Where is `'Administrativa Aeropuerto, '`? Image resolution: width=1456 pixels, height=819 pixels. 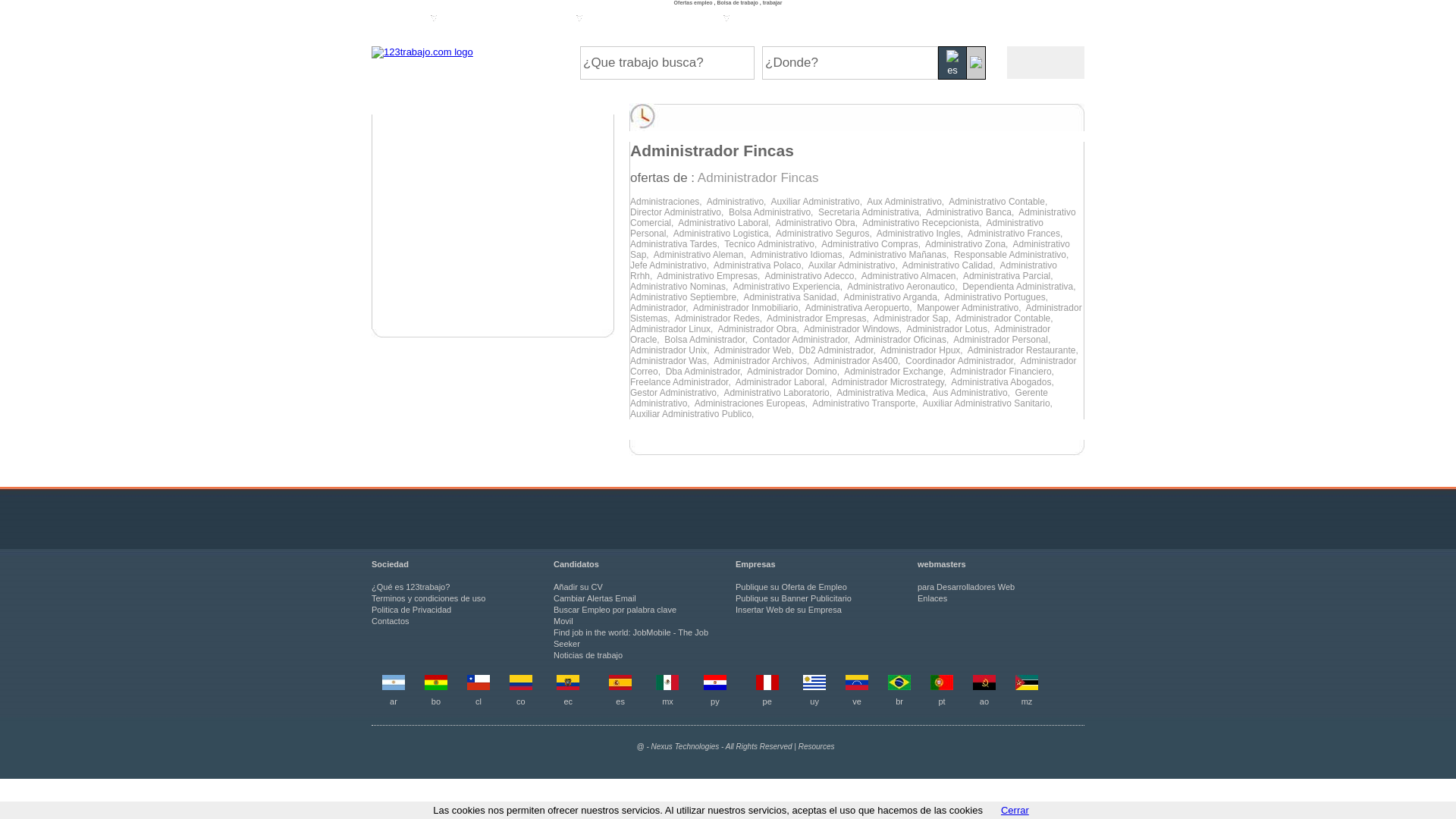
'Administrativa Aeropuerto, ' is located at coordinates (861, 307).